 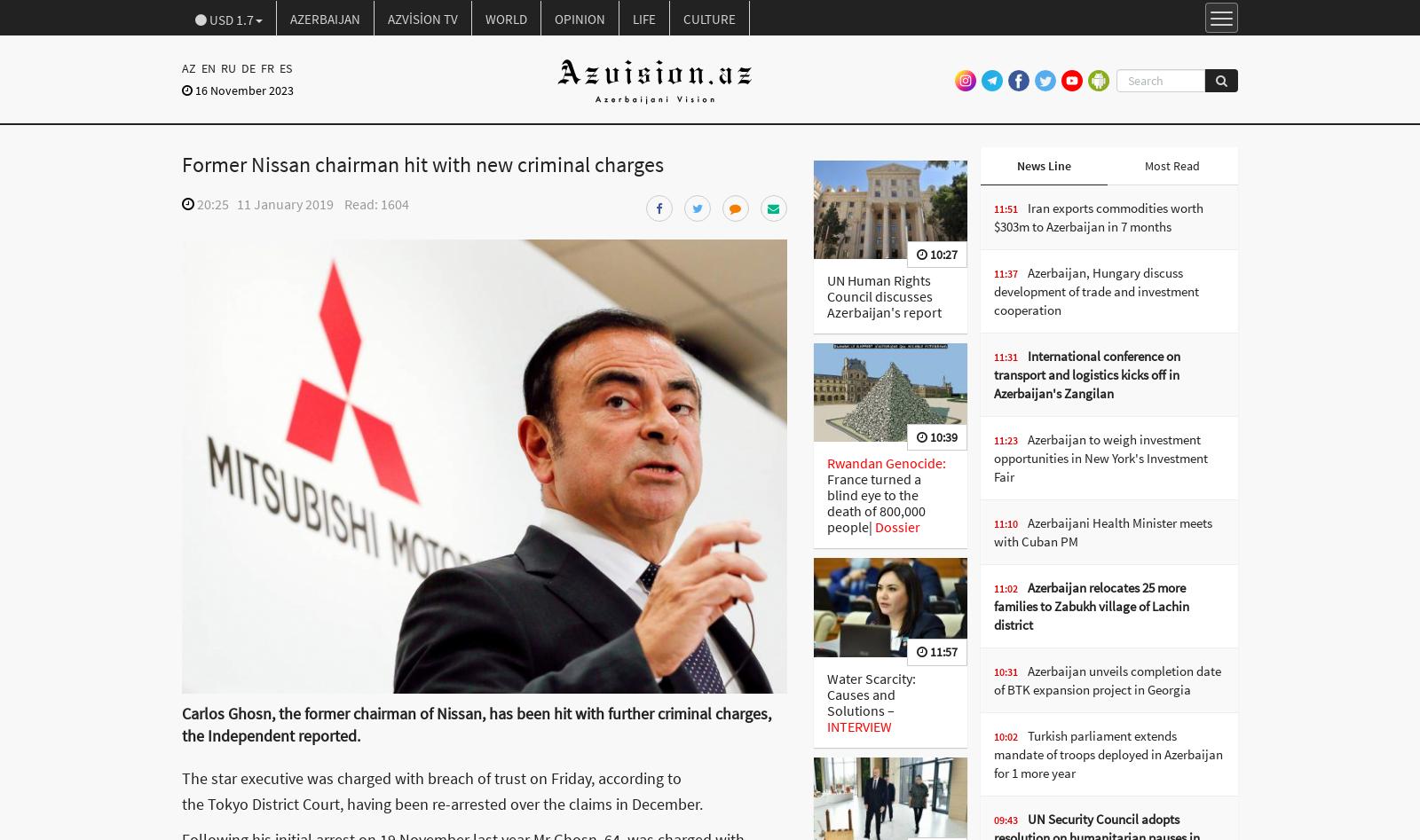 I want to click on 'Dossier', so click(x=896, y=526).